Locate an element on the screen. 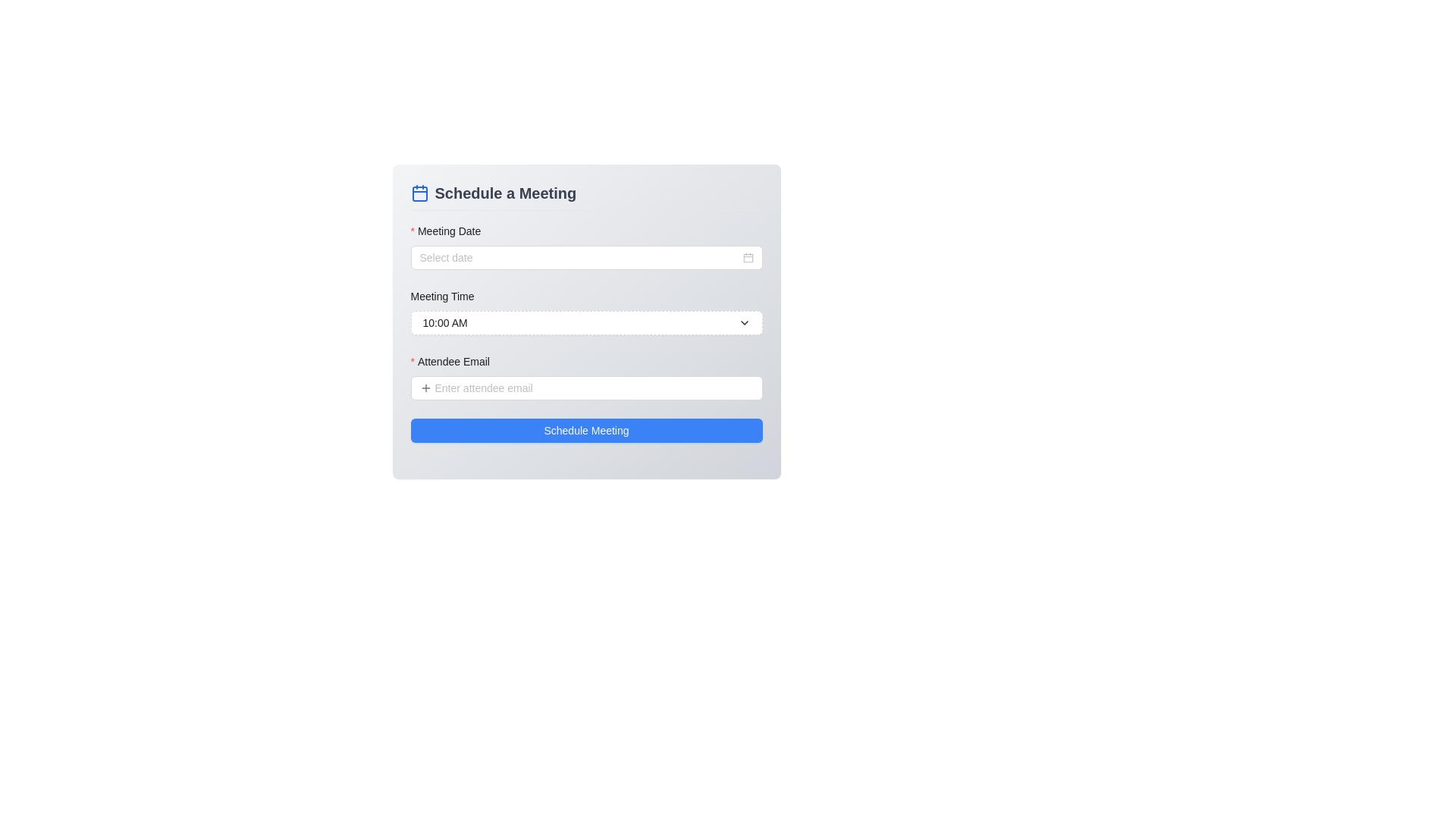  a date using the calendar picker from the Date Picker Input Field located at the top of the 'Schedule a Meeting' form is located at coordinates (585, 245).